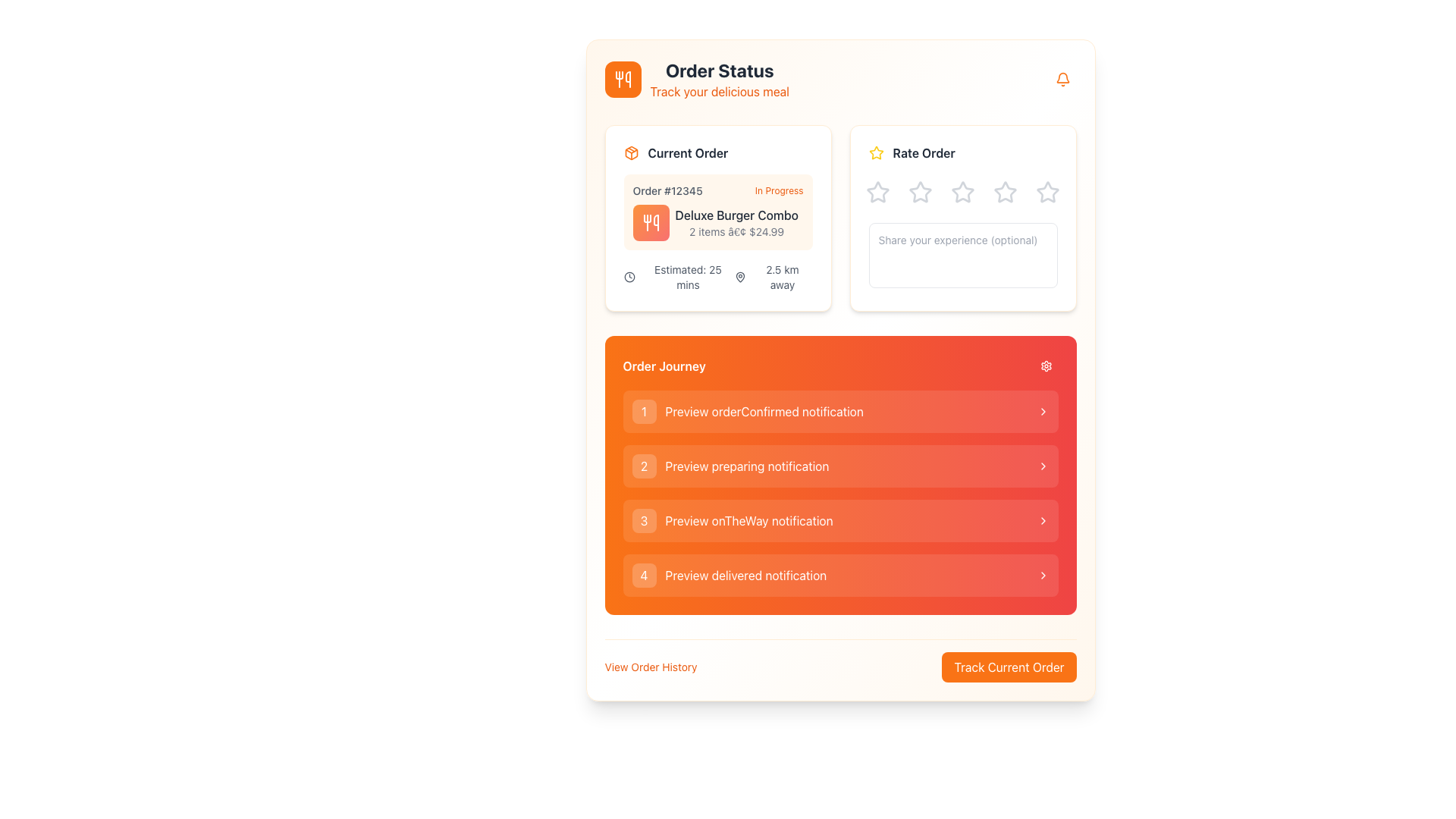 The image size is (1456, 819). What do you see at coordinates (962, 192) in the screenshot?
I see `the second hollow star icon in the rating section` at bounding box center [962, 192].